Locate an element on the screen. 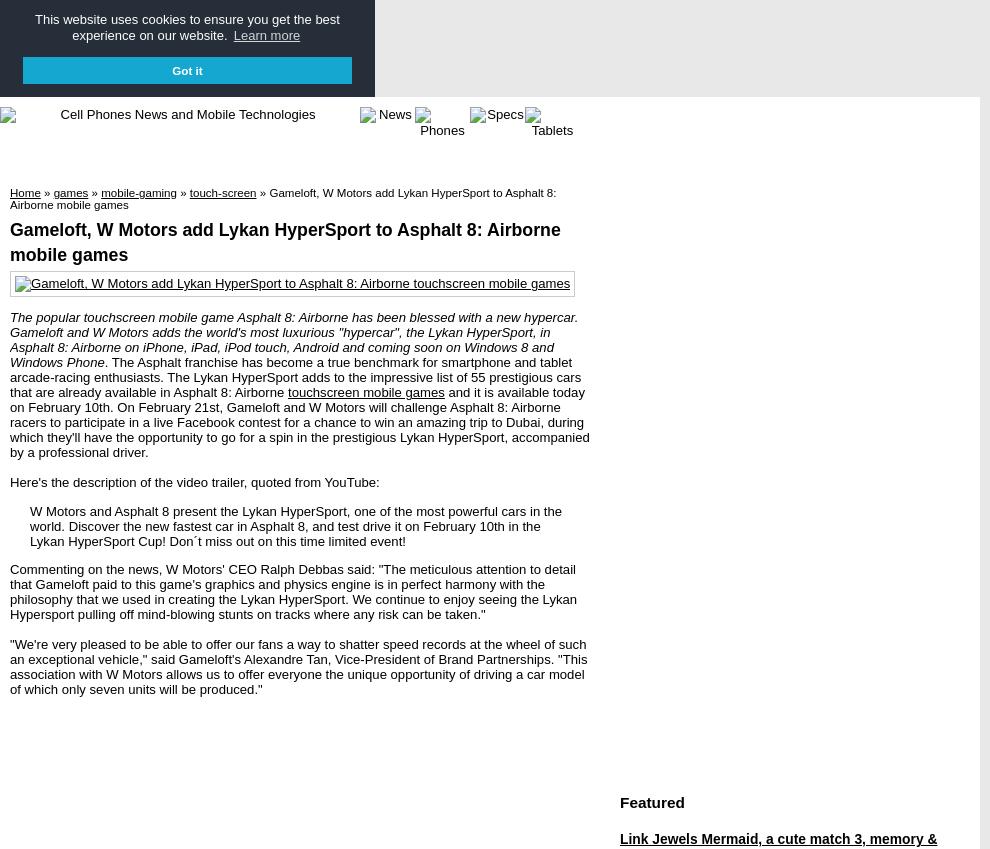 The width and height of the screenshot is (990, 849). 'touch-screen' is located at coordinates (221, 191).